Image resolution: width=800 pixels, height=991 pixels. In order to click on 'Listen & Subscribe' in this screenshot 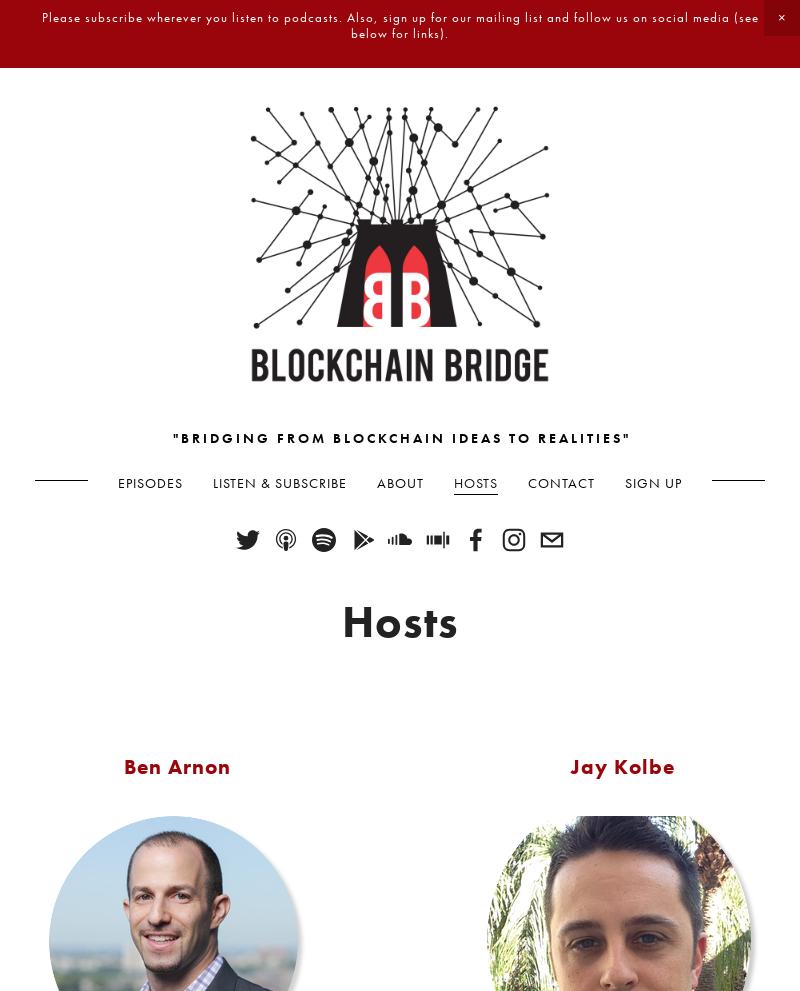, I will do `click(280, 481)`.